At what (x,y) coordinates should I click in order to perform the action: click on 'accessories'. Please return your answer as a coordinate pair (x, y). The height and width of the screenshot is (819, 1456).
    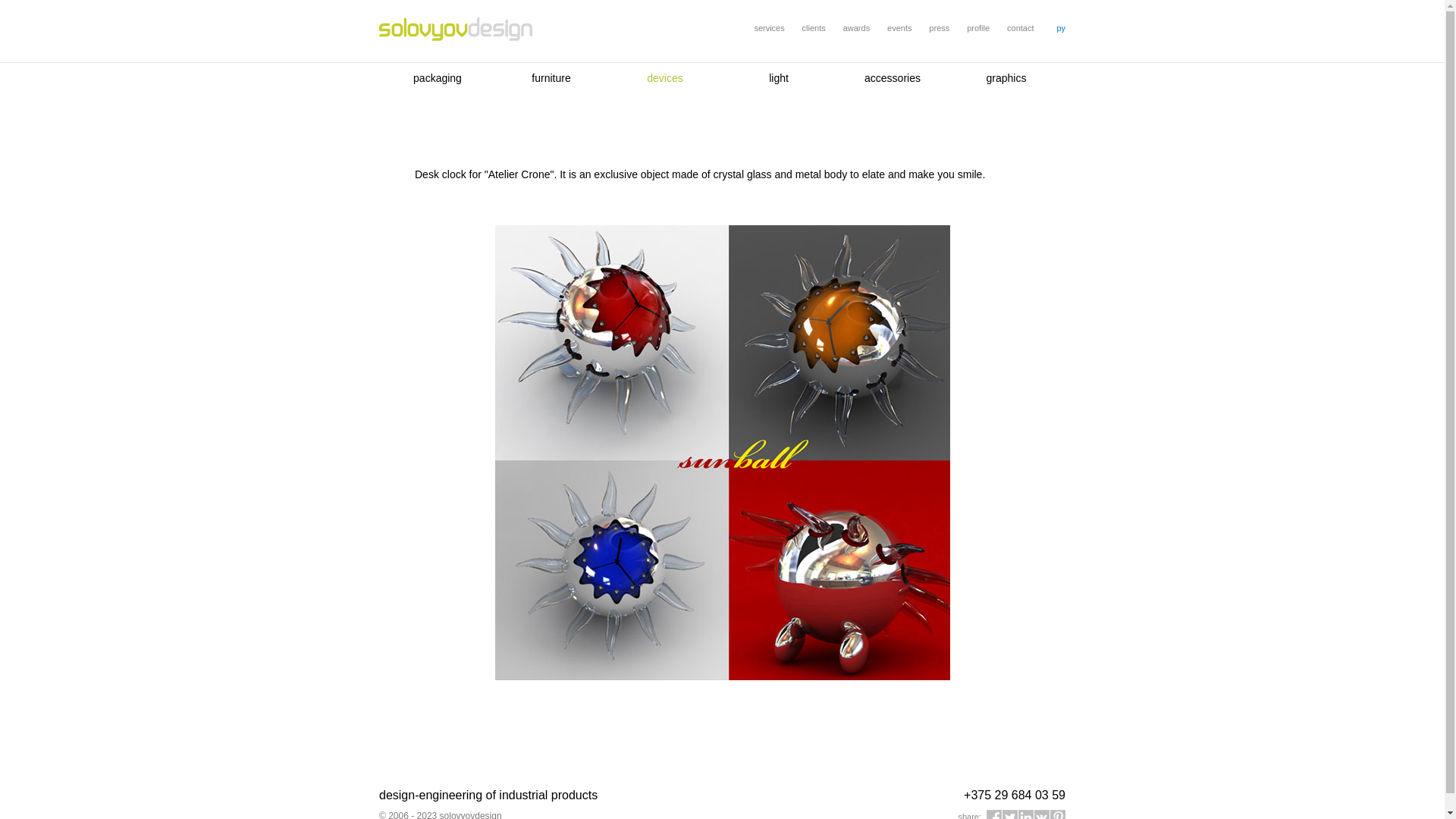
    Looking at the image, I should click on (892, 78).